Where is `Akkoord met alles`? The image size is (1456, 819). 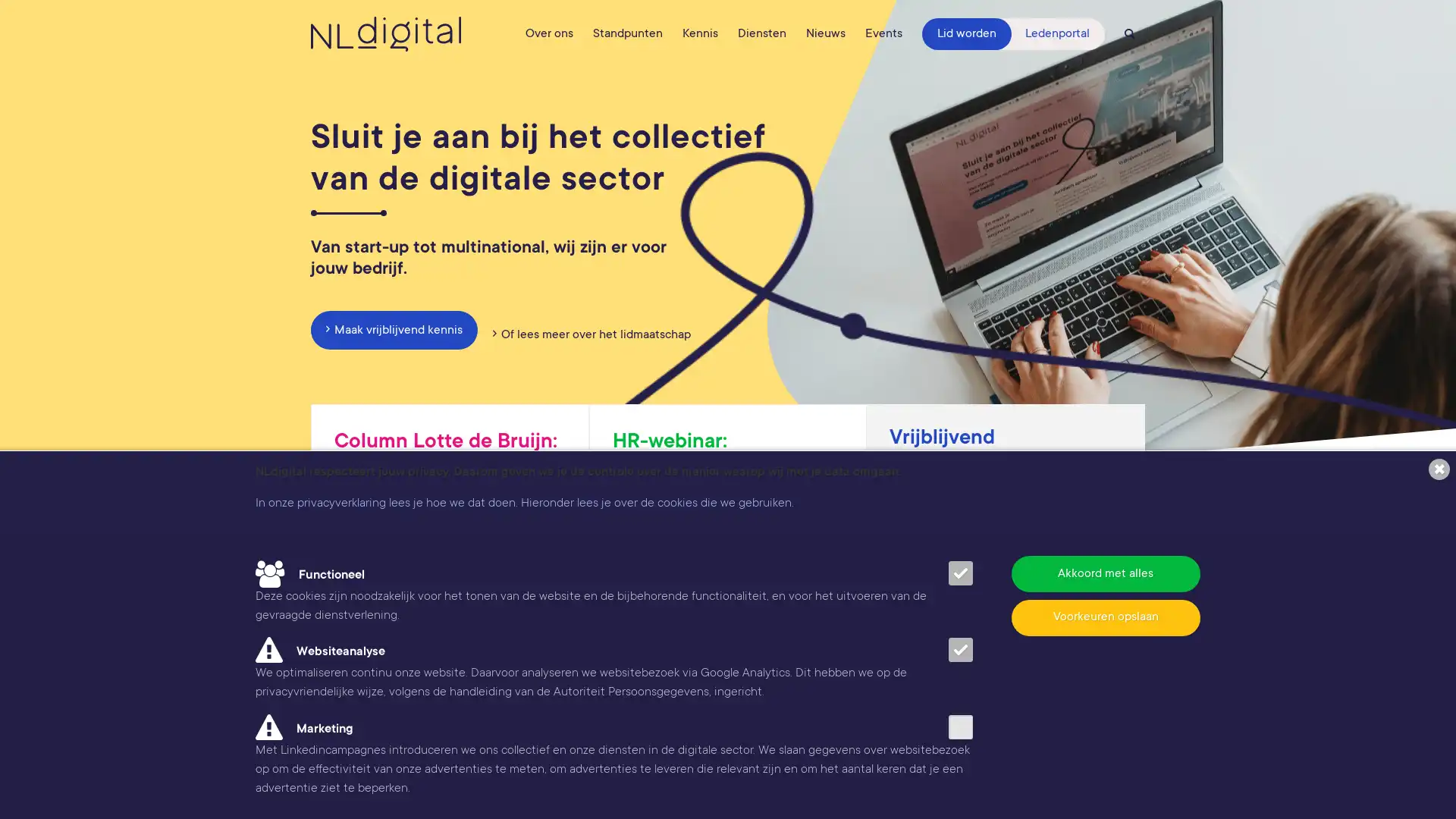 Akkoord met alles is located at coordinates (1106, 573).